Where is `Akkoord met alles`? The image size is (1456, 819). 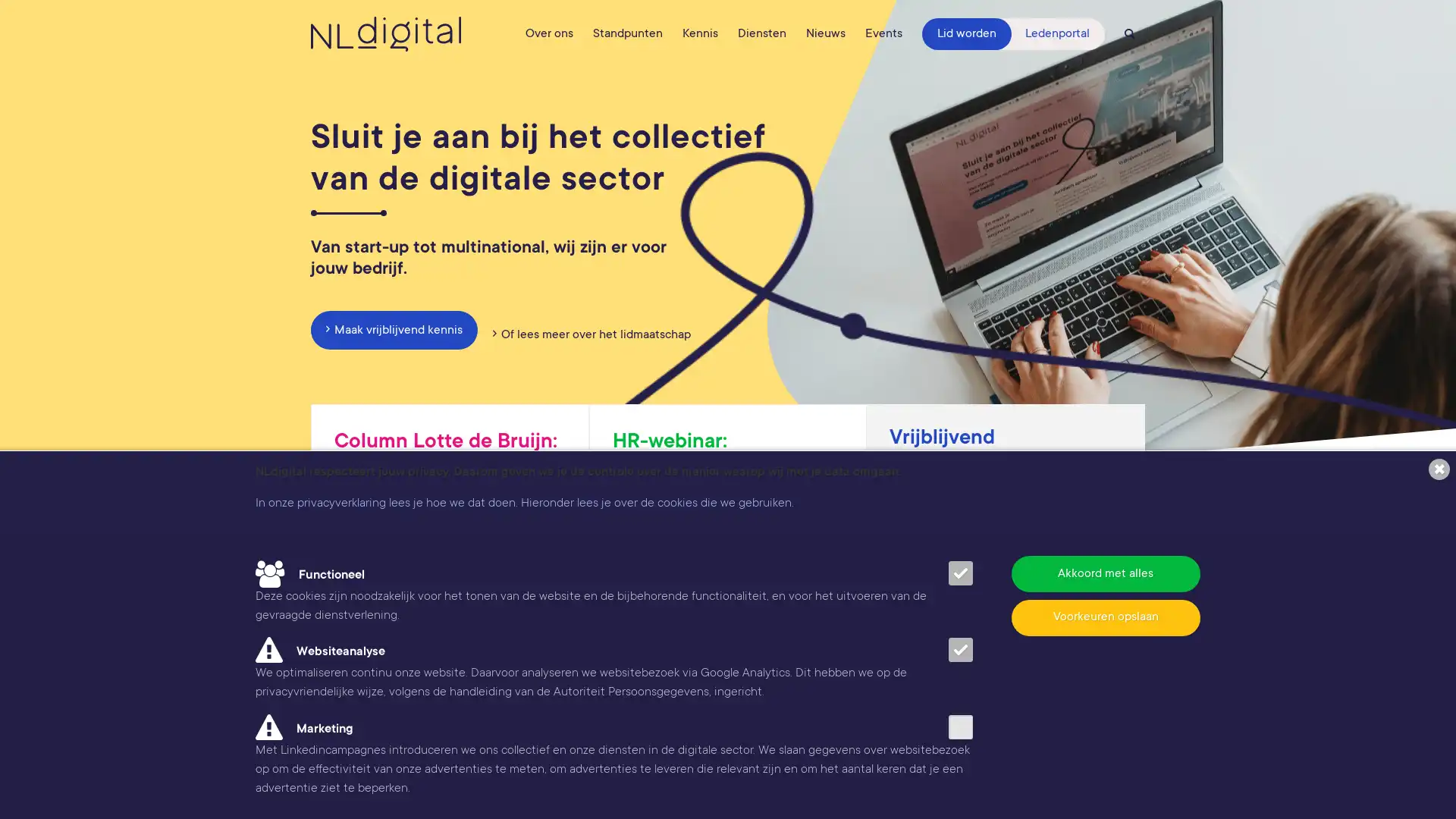 Akkoord met alles is located at coordinates (1106, 573).